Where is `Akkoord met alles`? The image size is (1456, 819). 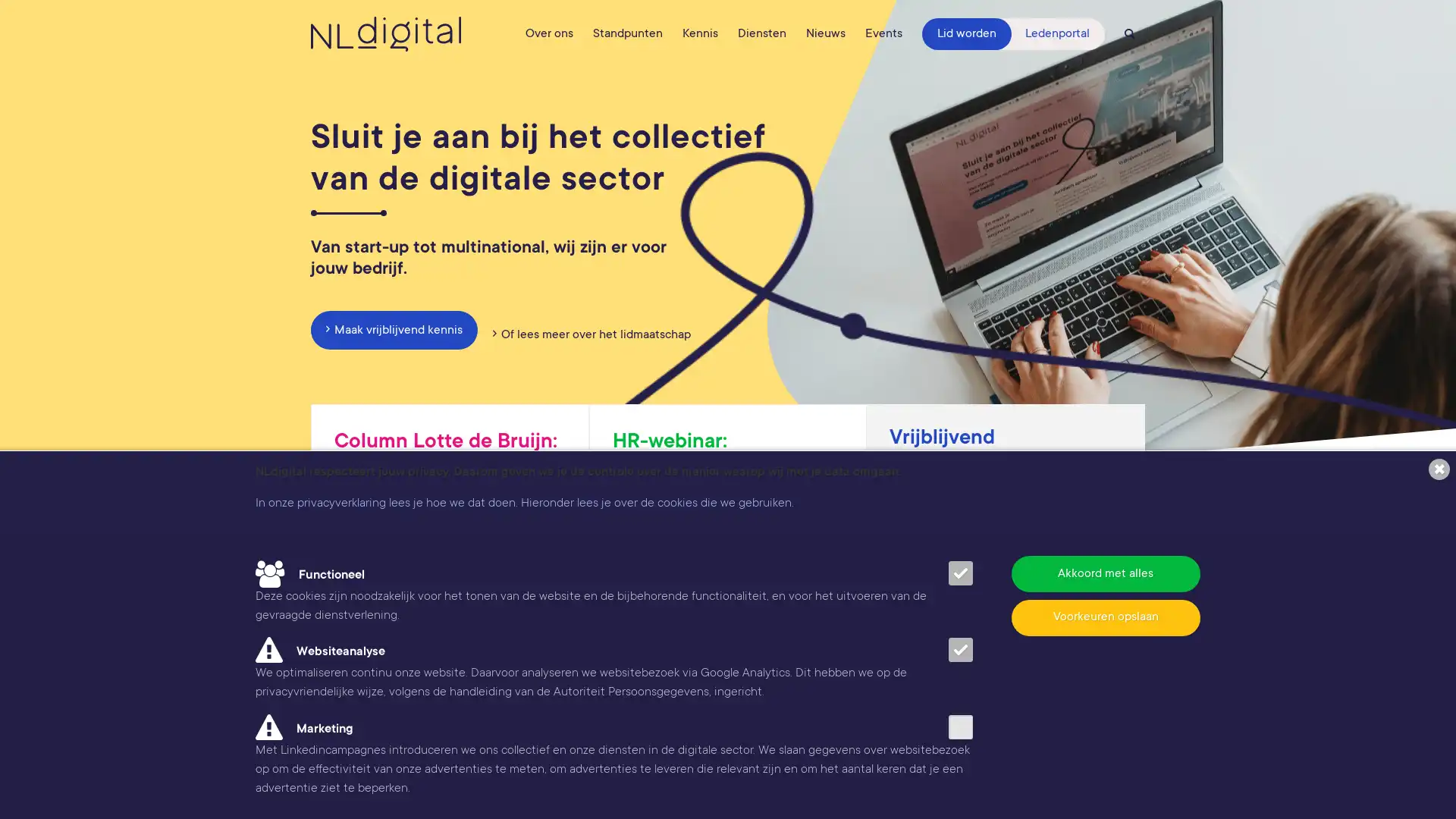 Akkoord met alles is located at coordinates (1106, 573).